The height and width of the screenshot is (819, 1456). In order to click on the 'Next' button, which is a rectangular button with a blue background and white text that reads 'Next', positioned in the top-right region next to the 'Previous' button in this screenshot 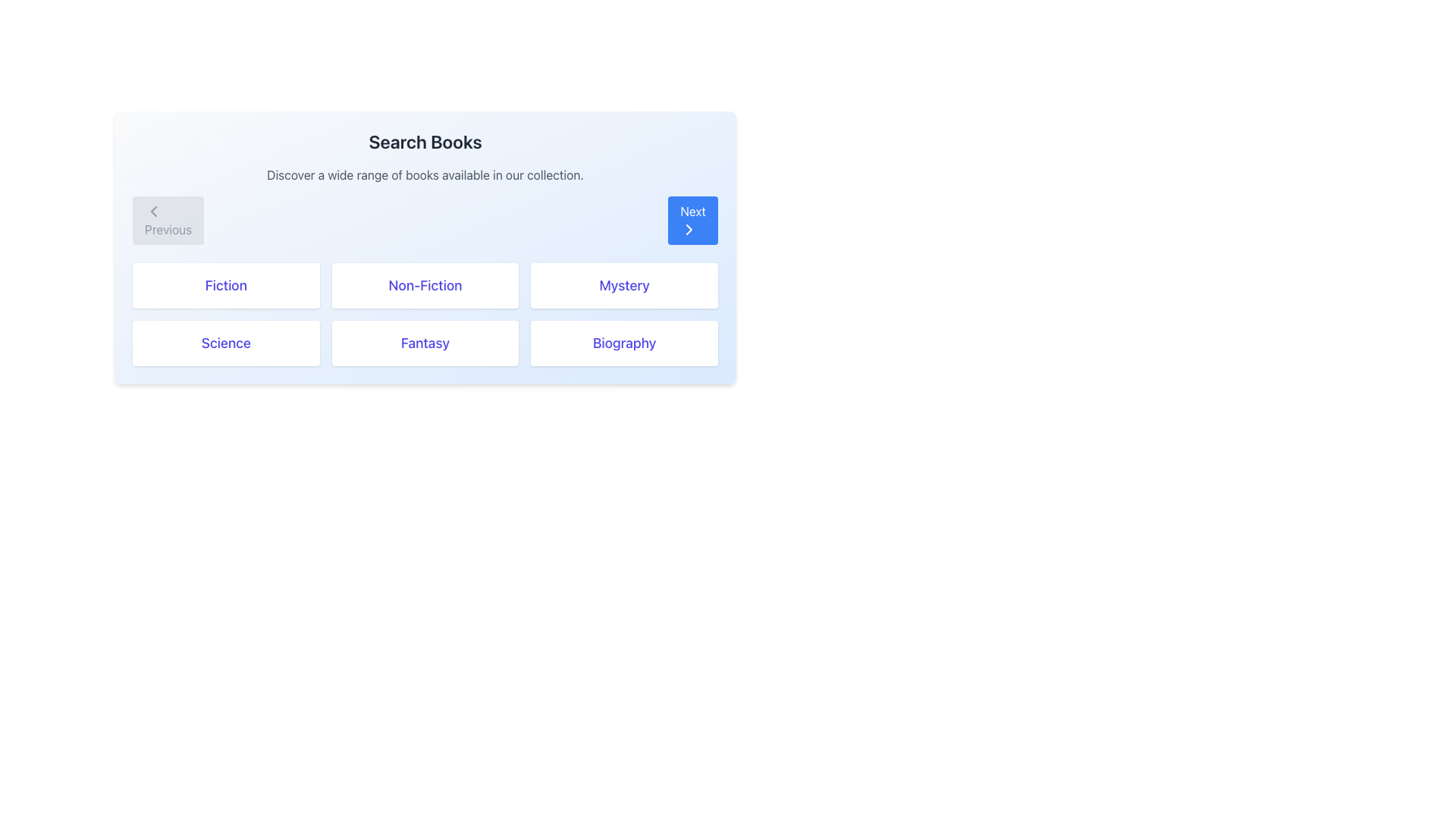, I will do `click(692, 220)`.